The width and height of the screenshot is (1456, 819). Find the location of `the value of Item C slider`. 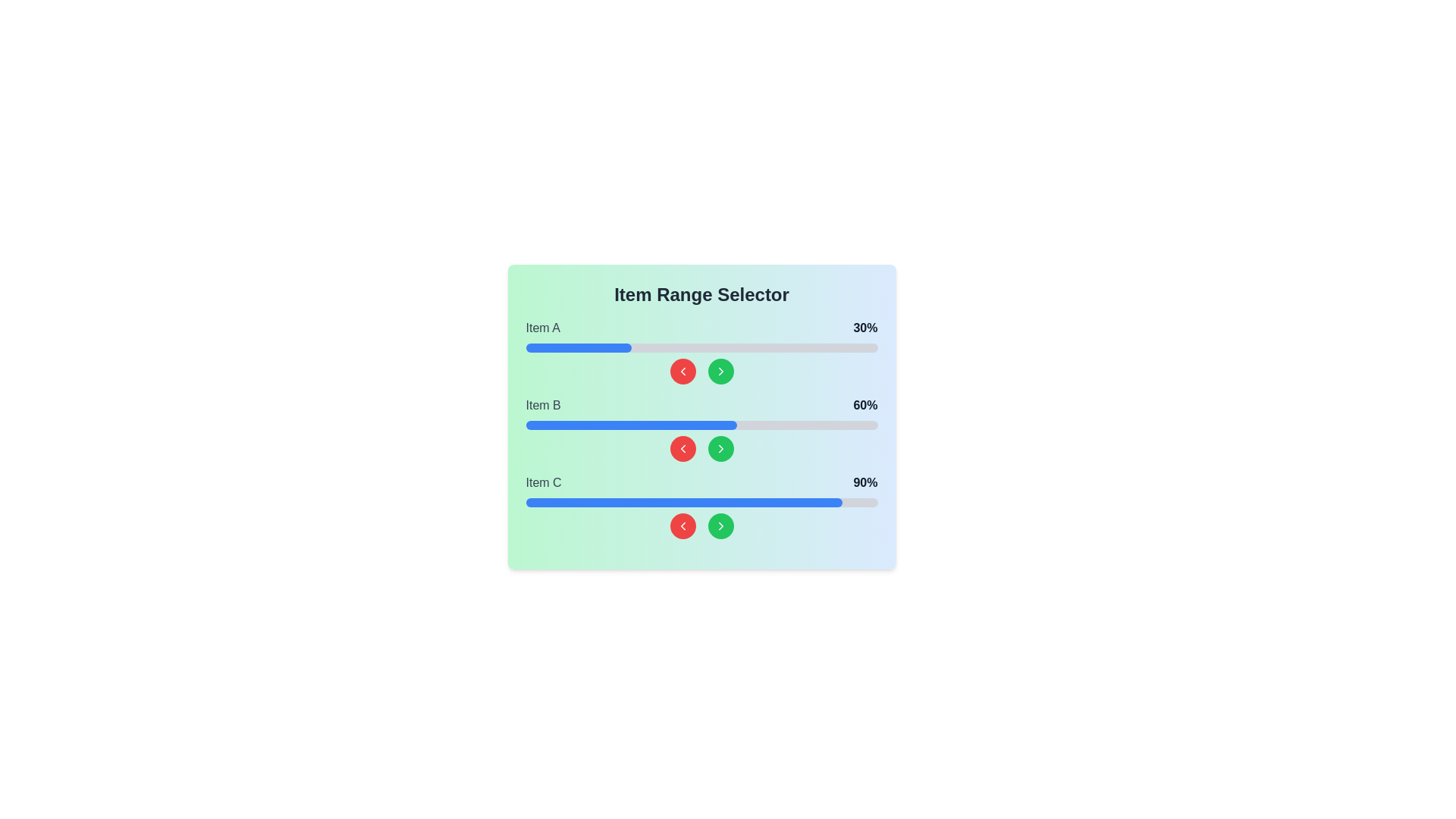

the value of Item C slider is located at coordinates (768, 503).